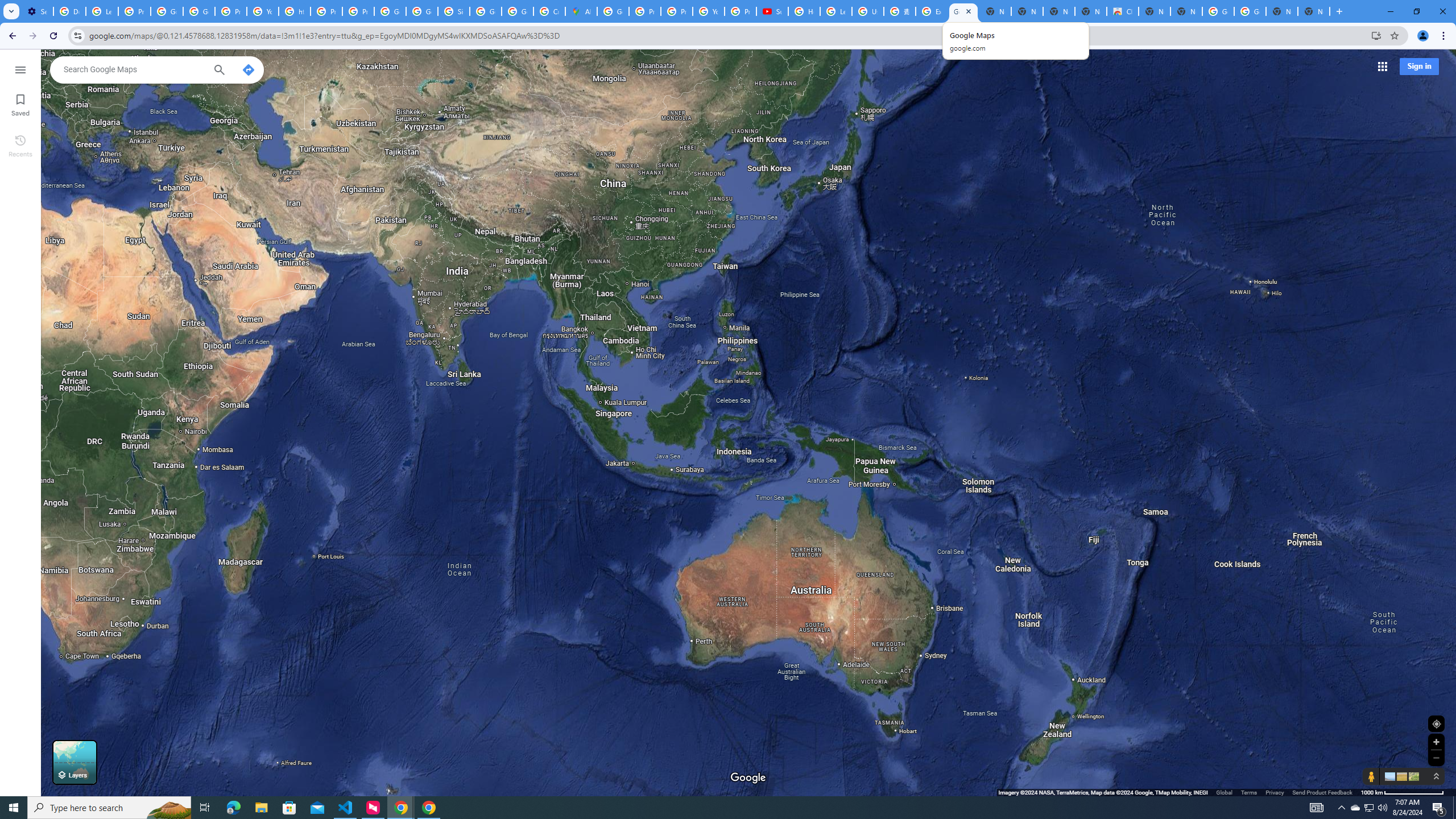  Describe the element at coordinates (1436, 741) in the screenshot. I see `'Zoom in'` at that location.